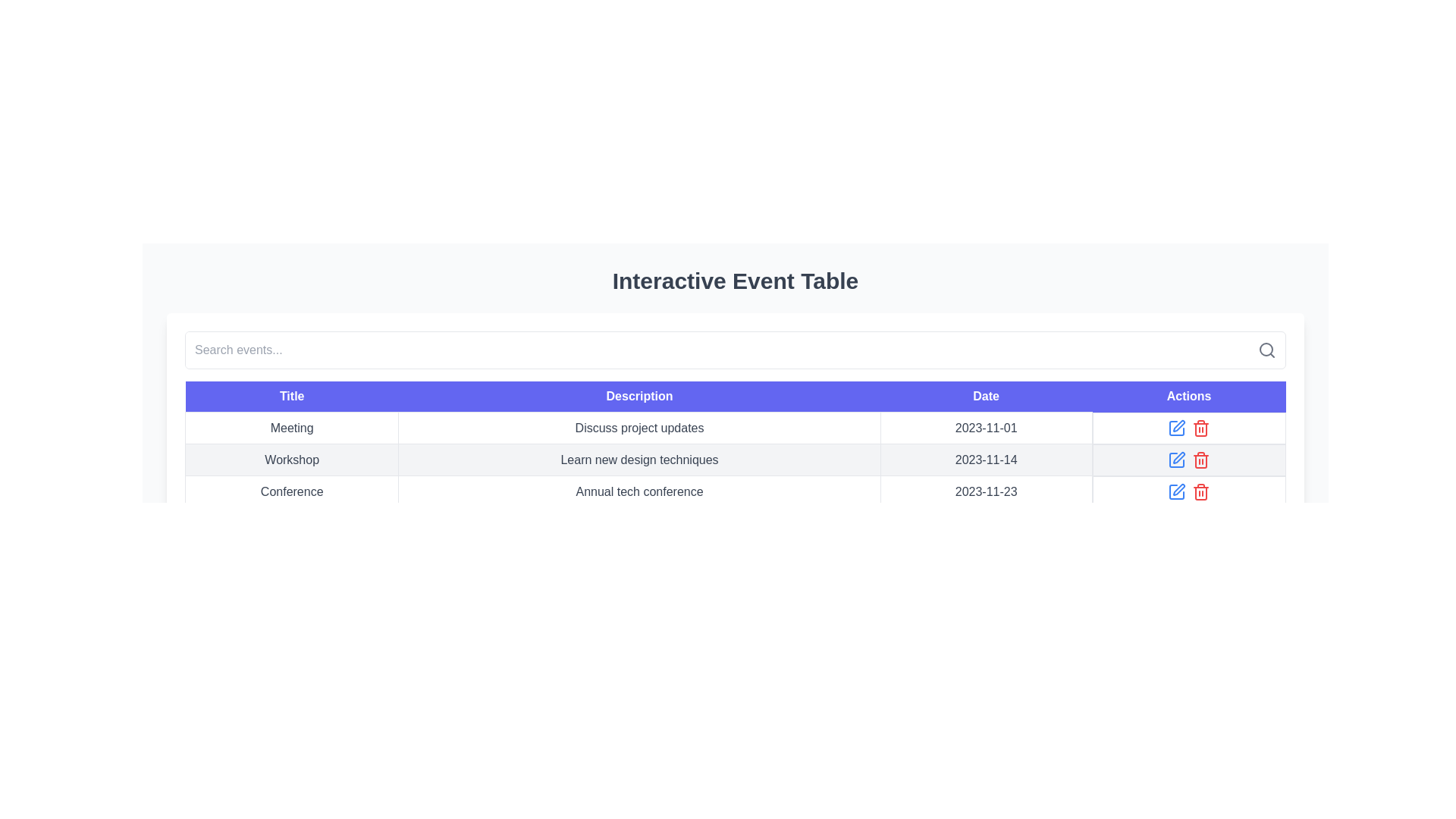 Image resolution: width=1456 pixels, height=819 pixels. What do you see at coordinates (1188, 396) in the screenshot?
I see `the 'Actions' column header text label, which is the last header in a row of table headers, located to the right of the 'Date' header` at bounding box center [1188, 396].